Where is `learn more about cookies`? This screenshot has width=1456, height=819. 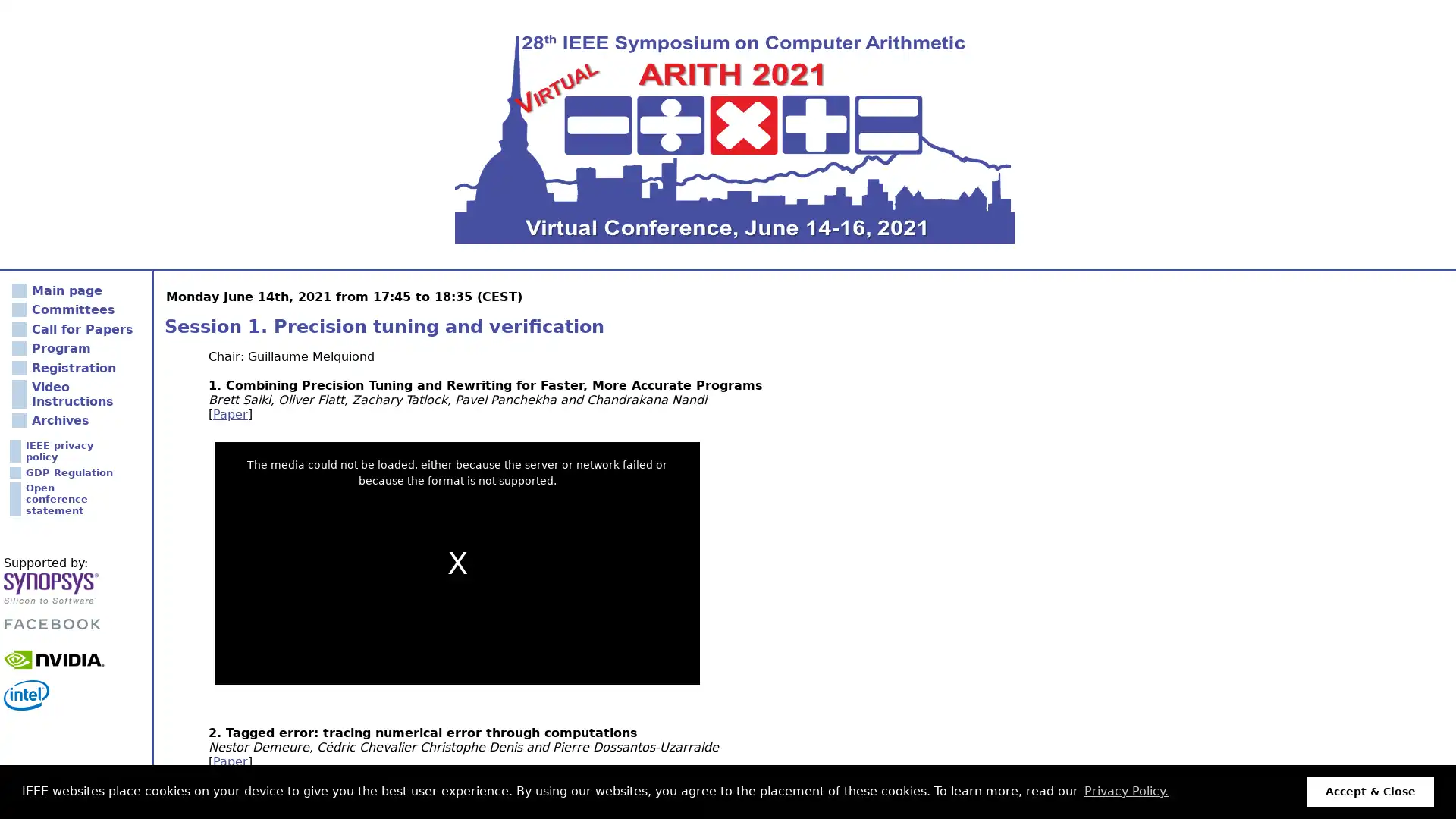
learn more about cookies is located at coordinates (1125, 791).